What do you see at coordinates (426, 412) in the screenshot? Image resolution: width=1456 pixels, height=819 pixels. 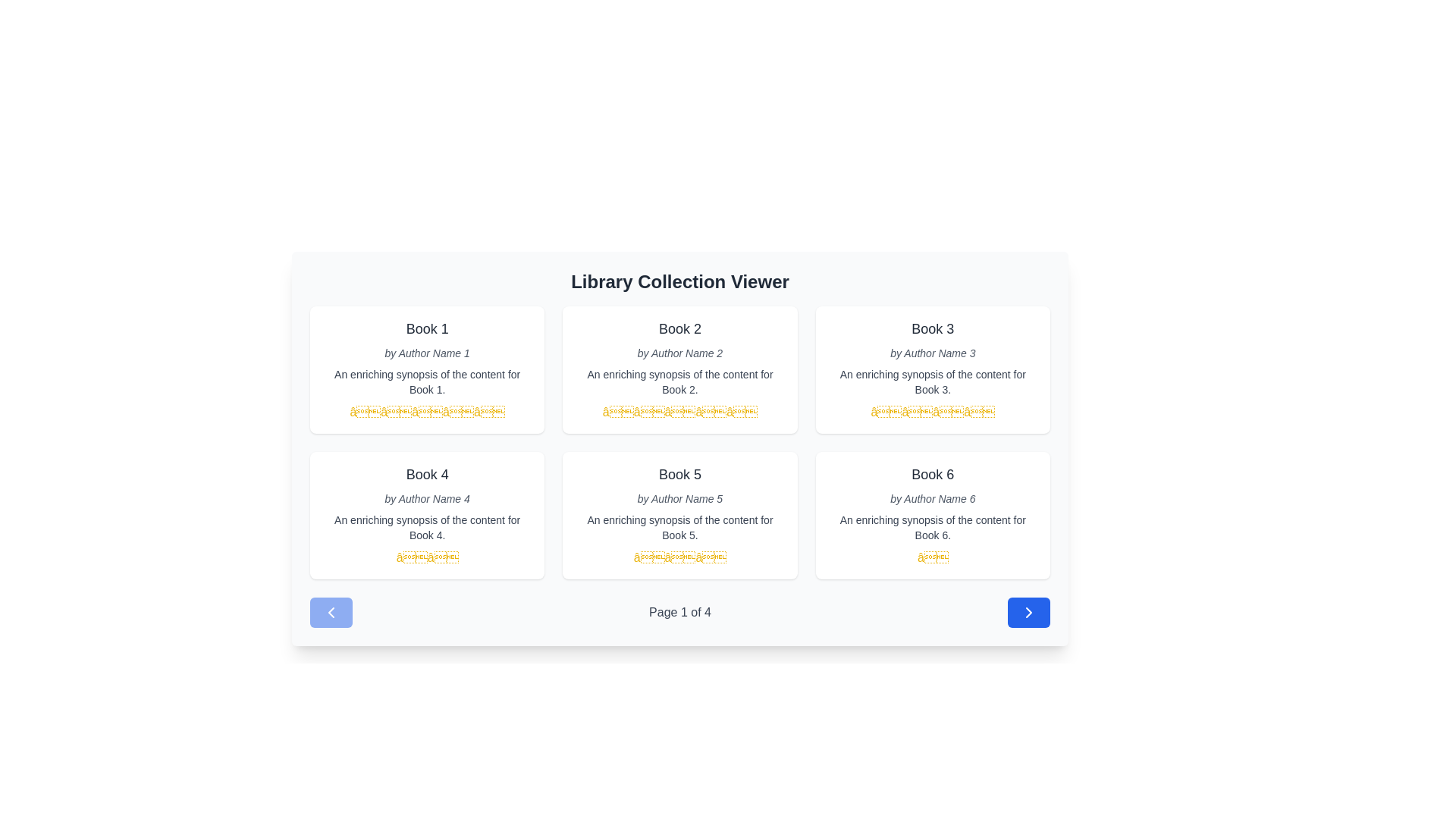 I see `the third static rating star in the horizontal sequence of five stars under the book title 'Book 1'` at bounding box center [426, 412].